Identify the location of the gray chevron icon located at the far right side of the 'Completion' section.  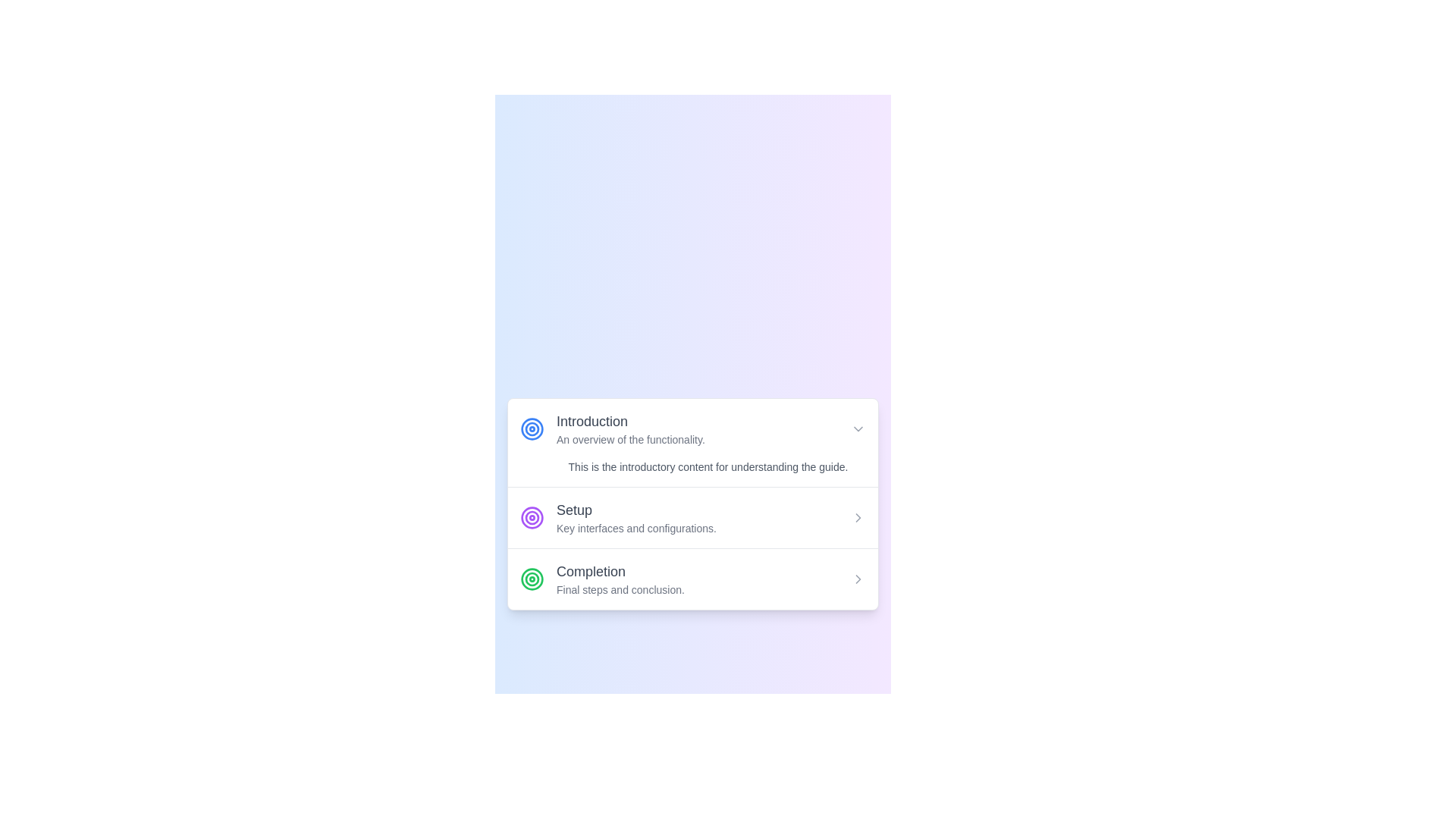
(858, 579).